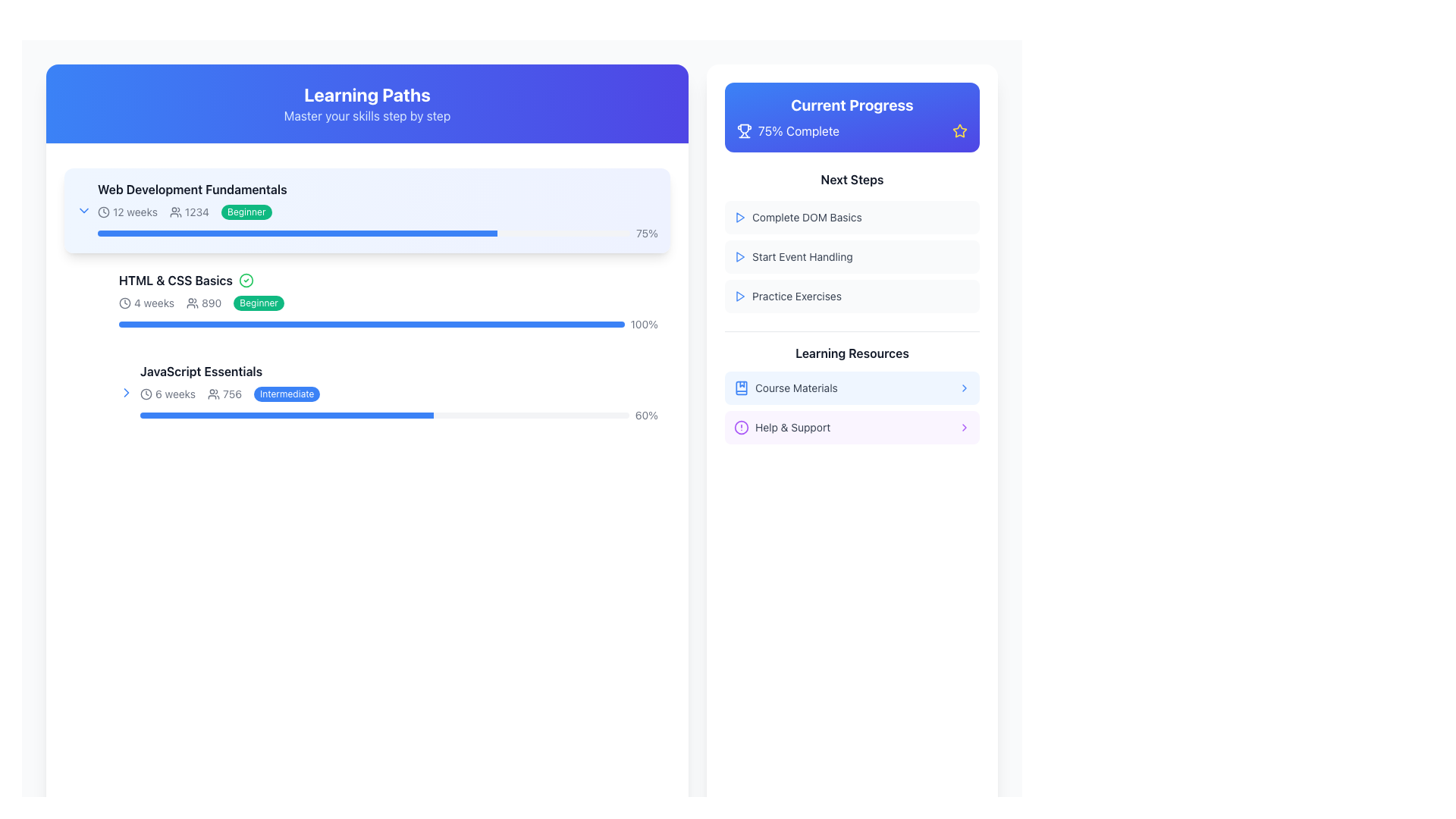  Describe the element at coordinates (372, 324) in the screenshot. I see `the progress percentage of the 'HTML & CSS Basics' course by interacting with the progress bar located below its title and statistics` at that location.